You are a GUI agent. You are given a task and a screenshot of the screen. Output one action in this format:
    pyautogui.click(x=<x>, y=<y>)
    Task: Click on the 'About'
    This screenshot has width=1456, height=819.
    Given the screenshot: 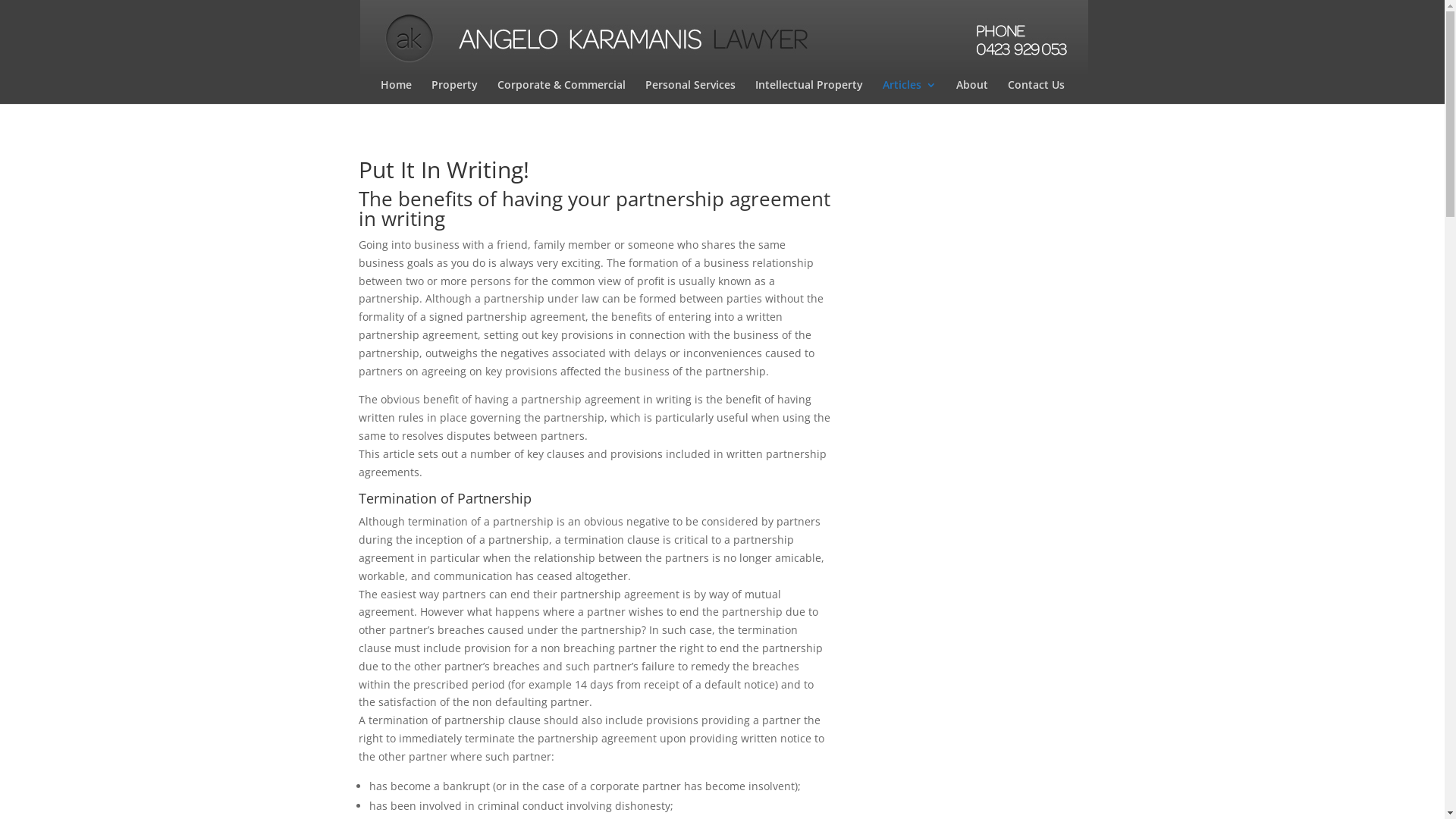 What is the action you would take?
    pyautogui.click(x=954, y=91)
    